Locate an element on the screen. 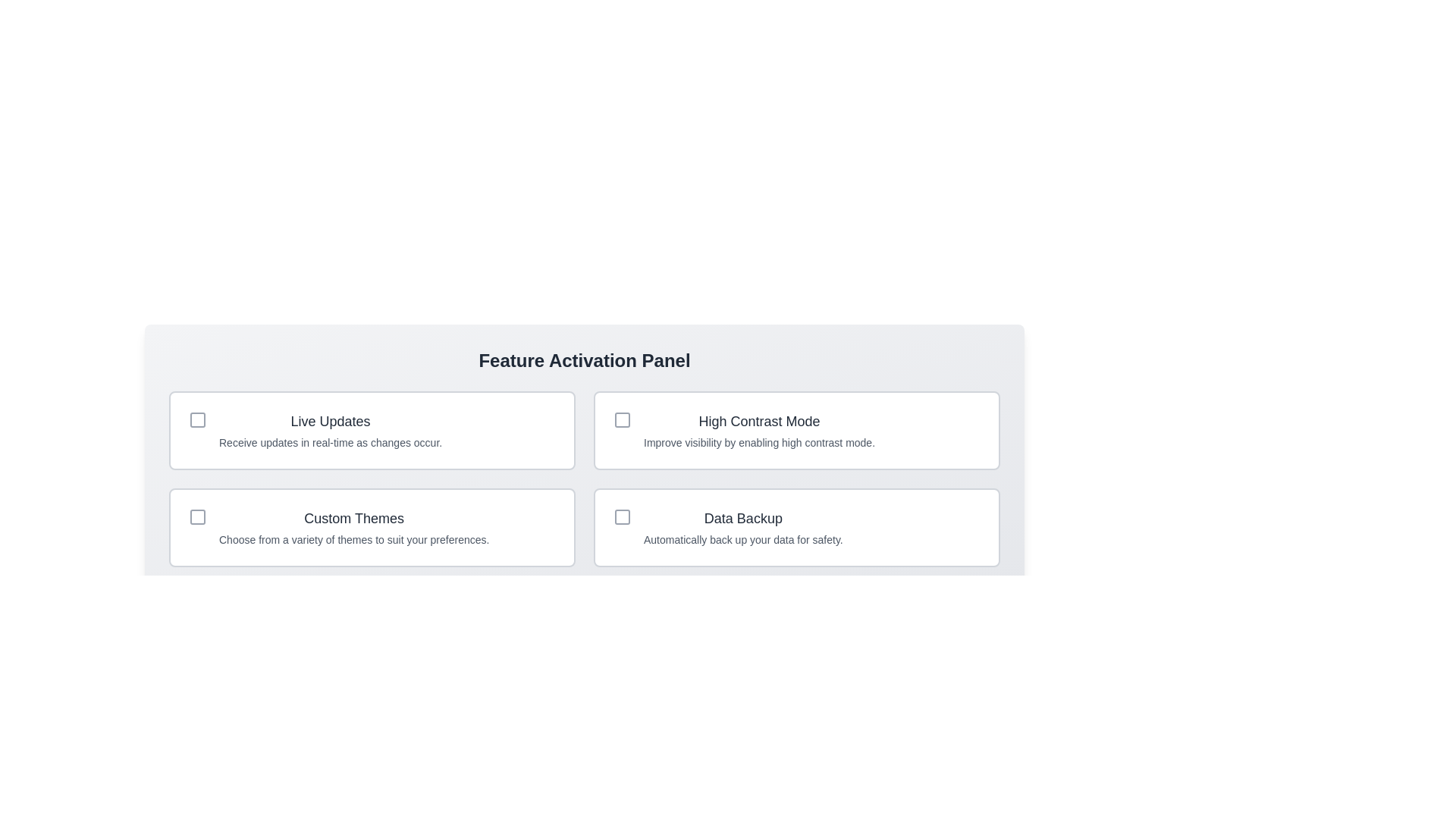 This screenshot has width=1456, height=819. the Checkbox-like indicator located within the 'High Contrast Mode' card in the Feature Activation Panel is located at coordinates (622, 420).